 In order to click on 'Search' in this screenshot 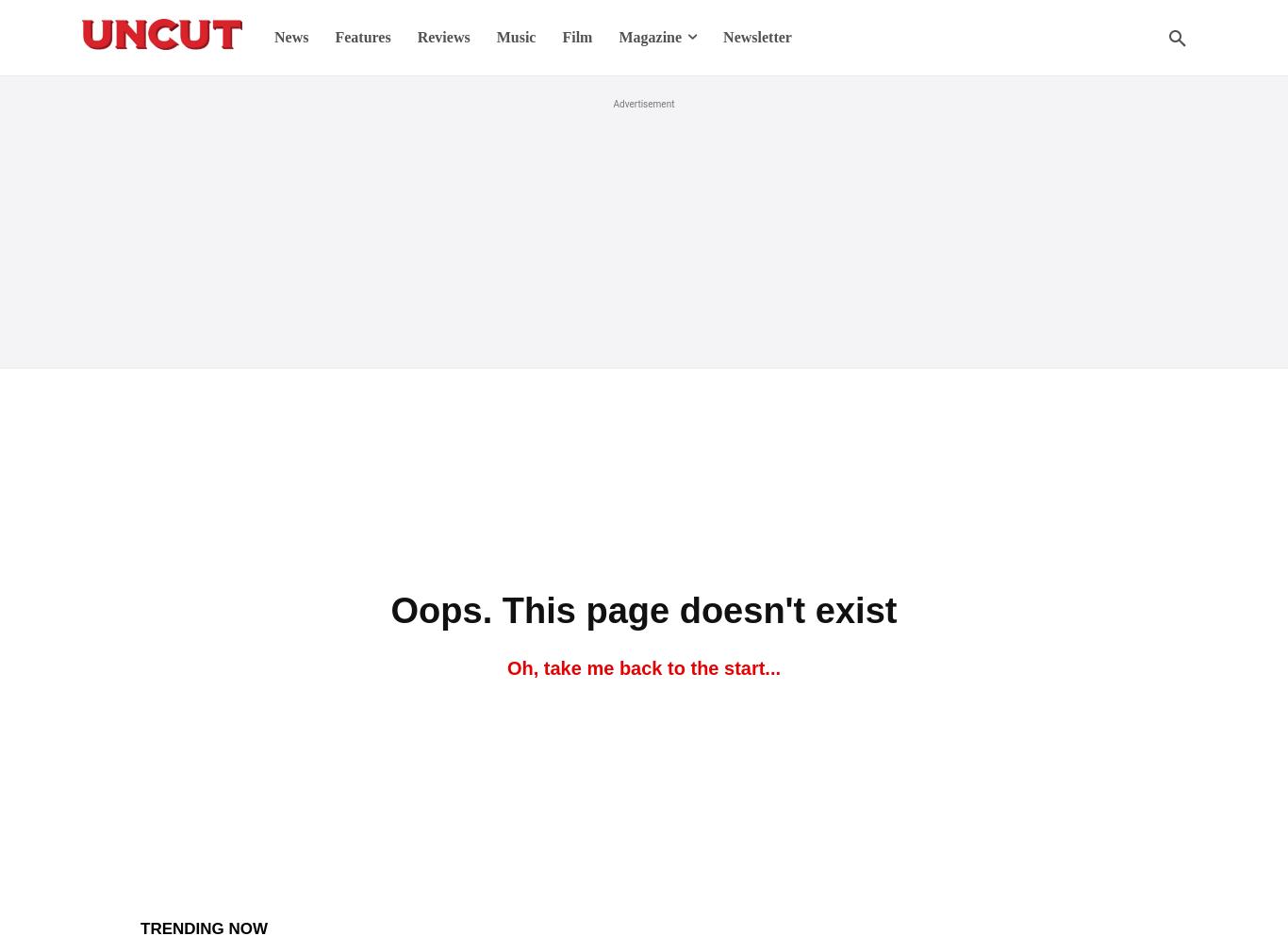, I will do `click(642, 93)`.